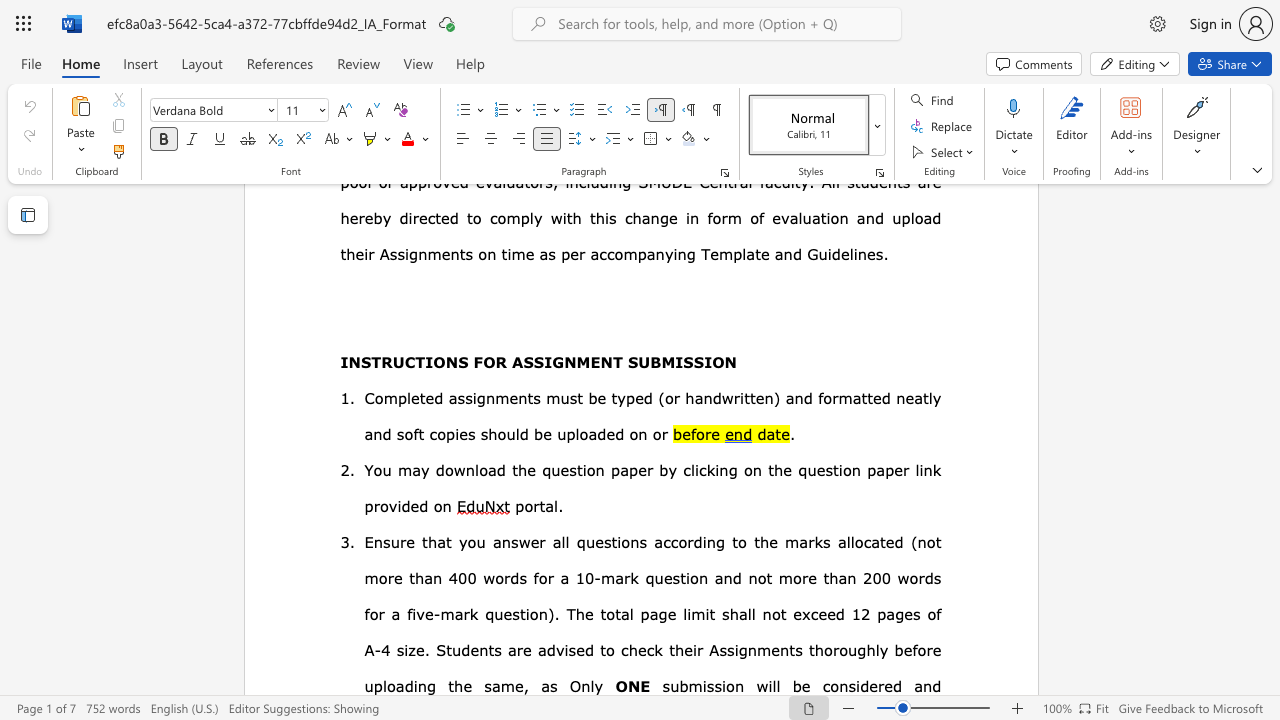 This screenshot has width=1280, height=720. I want to click on the subset text "ssi" within the text "submission", so click(706, 685).